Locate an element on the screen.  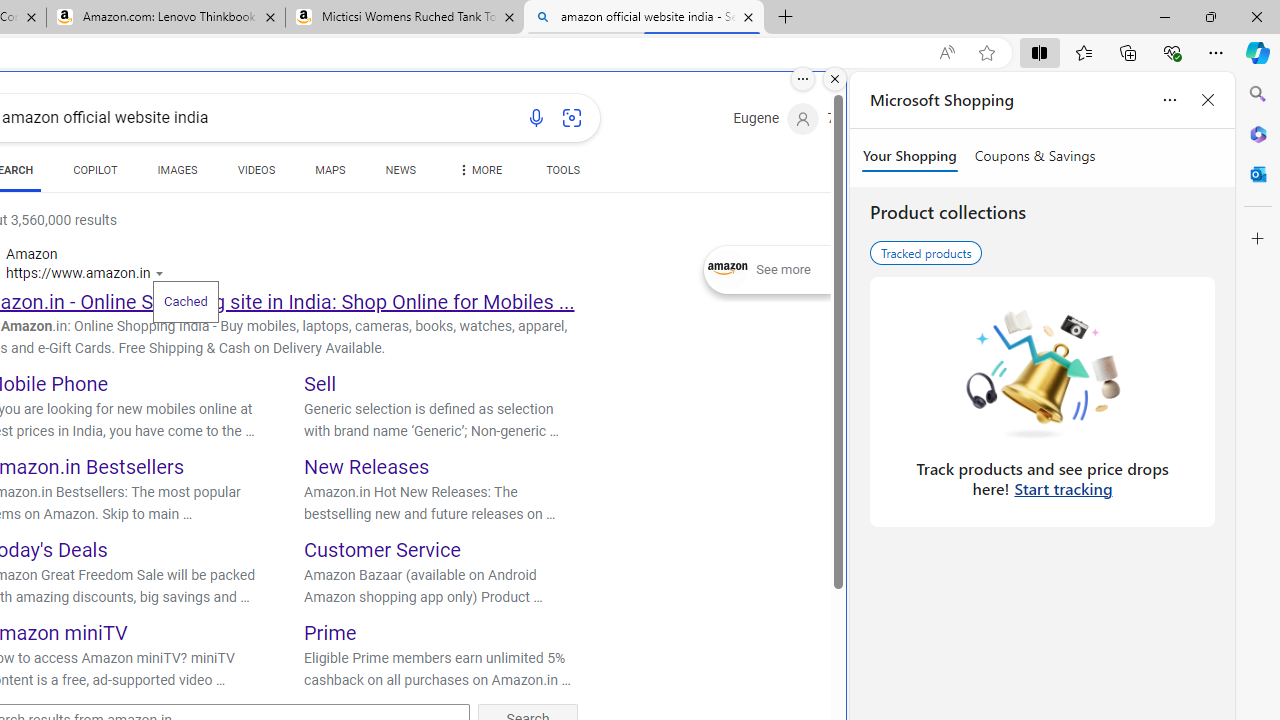
'MAPS' is located at coordinates (330, 170).